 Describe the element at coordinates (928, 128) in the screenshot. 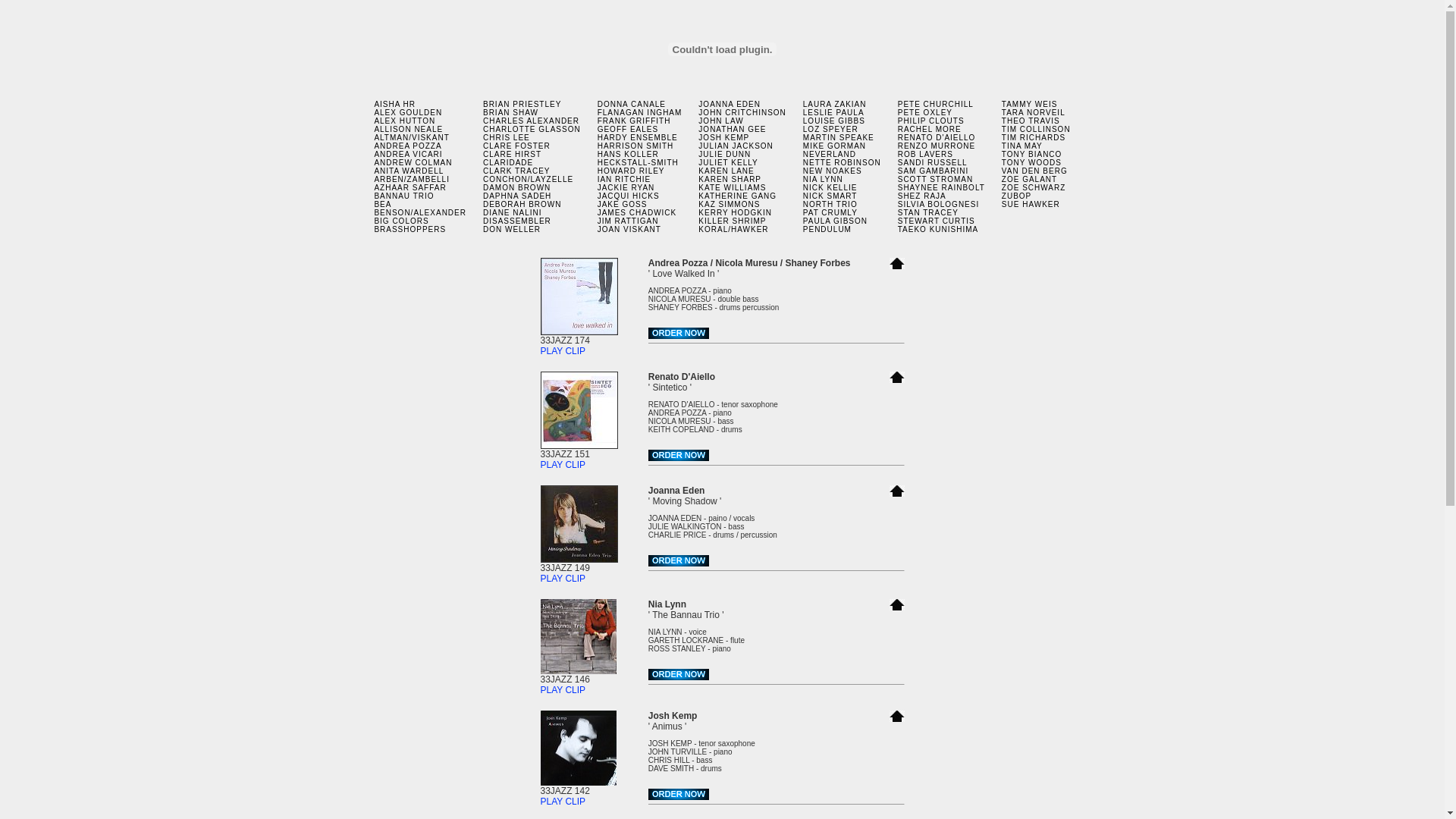

I see `'RACHEL MORE'` at that location.